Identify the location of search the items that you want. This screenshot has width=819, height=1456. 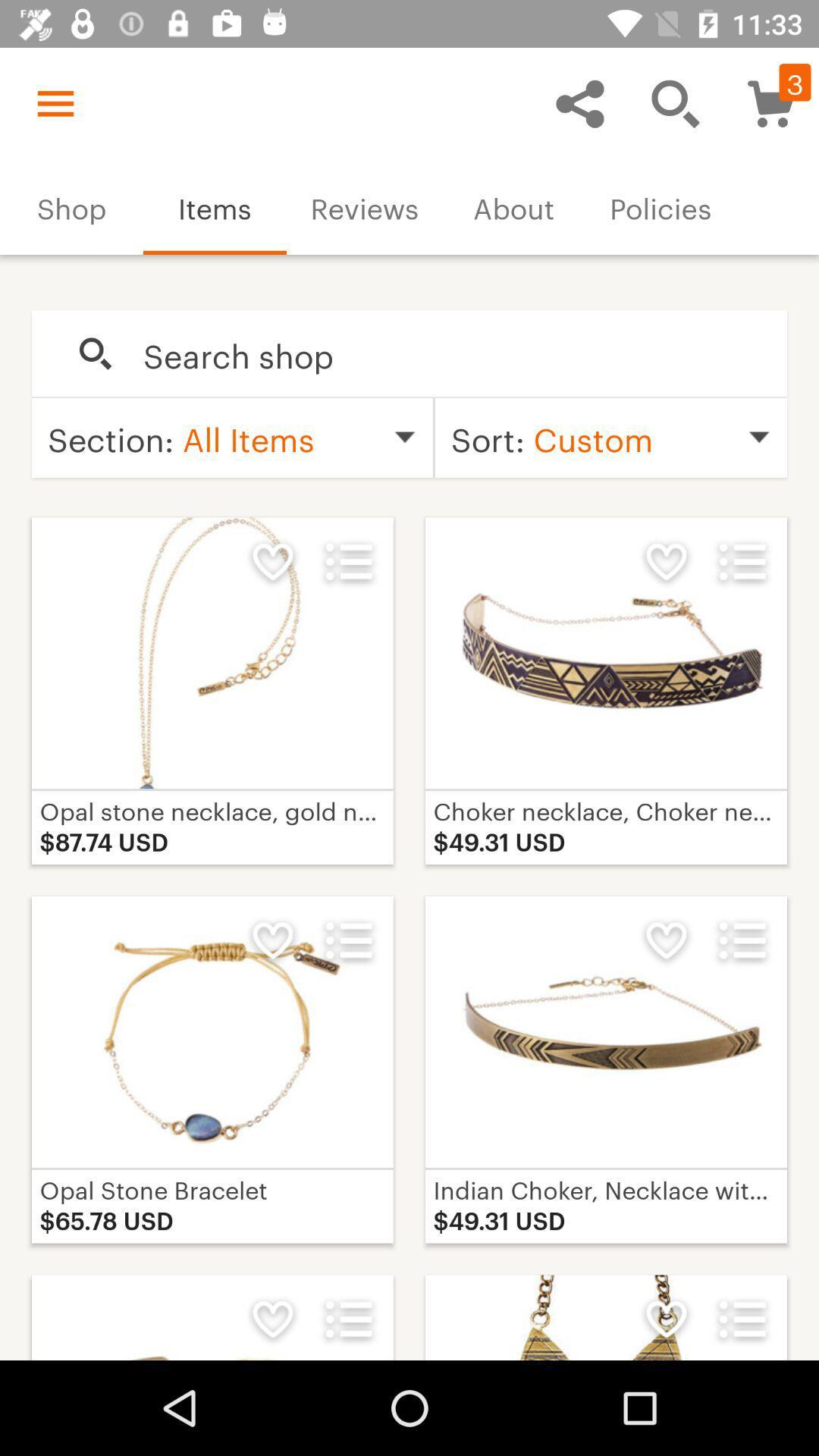
(448, 353).